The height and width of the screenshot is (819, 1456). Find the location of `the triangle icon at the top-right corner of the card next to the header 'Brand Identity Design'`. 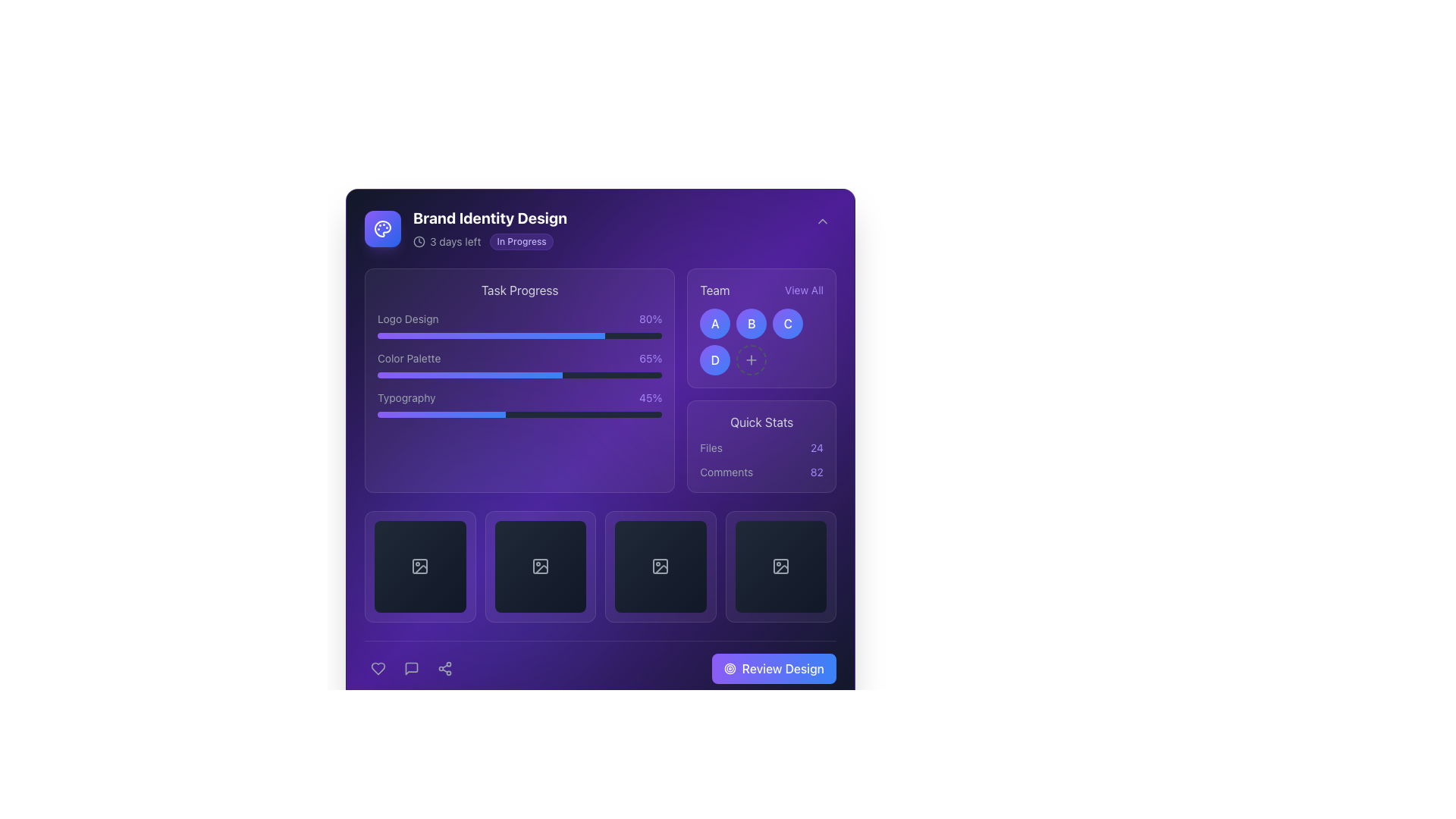

the triangle icon at the top-right corner of the card next to the header 'Brand Identity Design' is located at coordinates (821, 221).